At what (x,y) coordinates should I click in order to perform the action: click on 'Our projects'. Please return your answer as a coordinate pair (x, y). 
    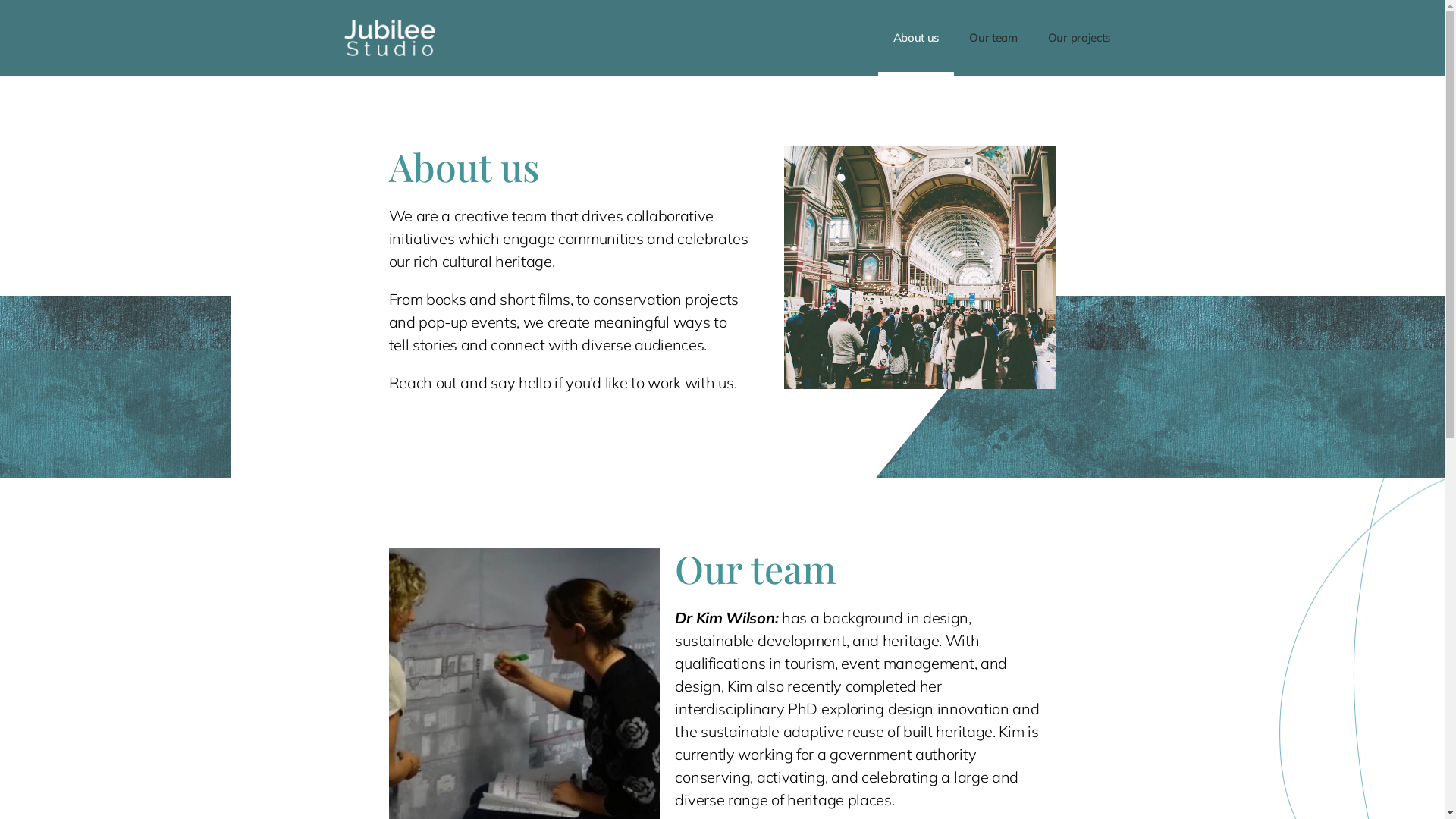
    Looking at the image, I should click on (1078, 37).